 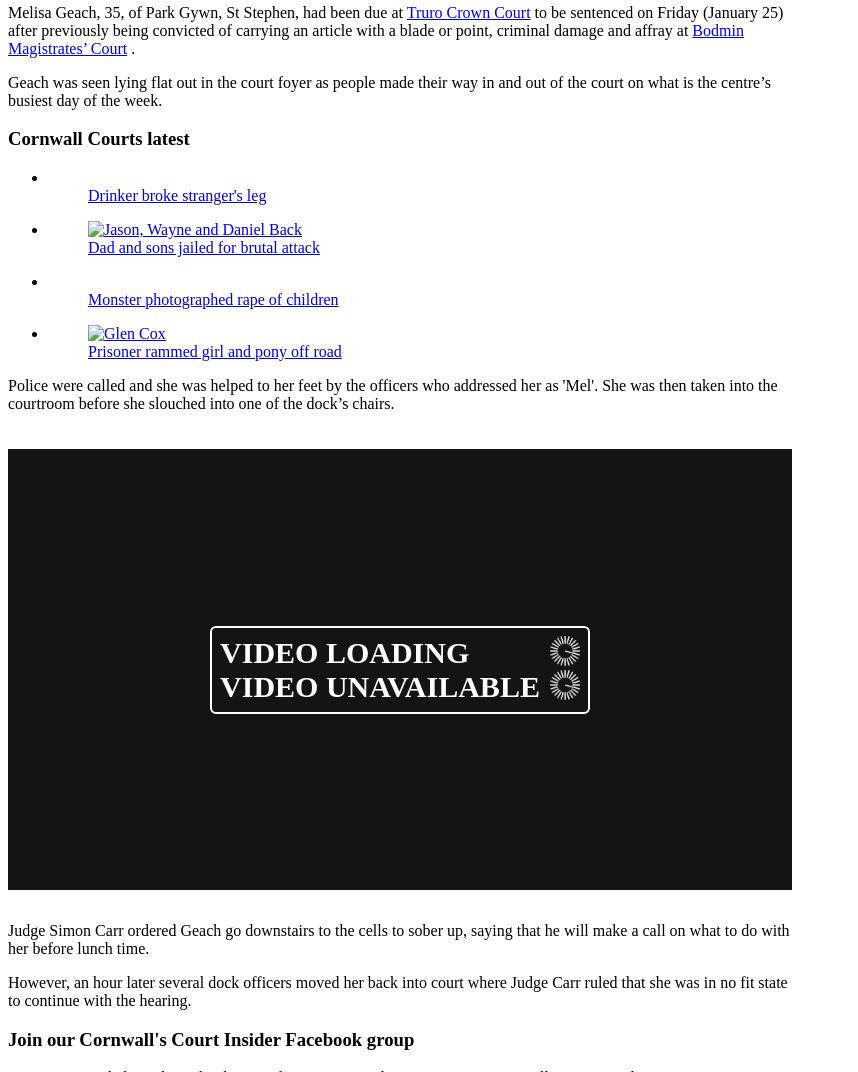 I want to click on 'Drinker broke stranger's leg', so click(x=177, y=194).